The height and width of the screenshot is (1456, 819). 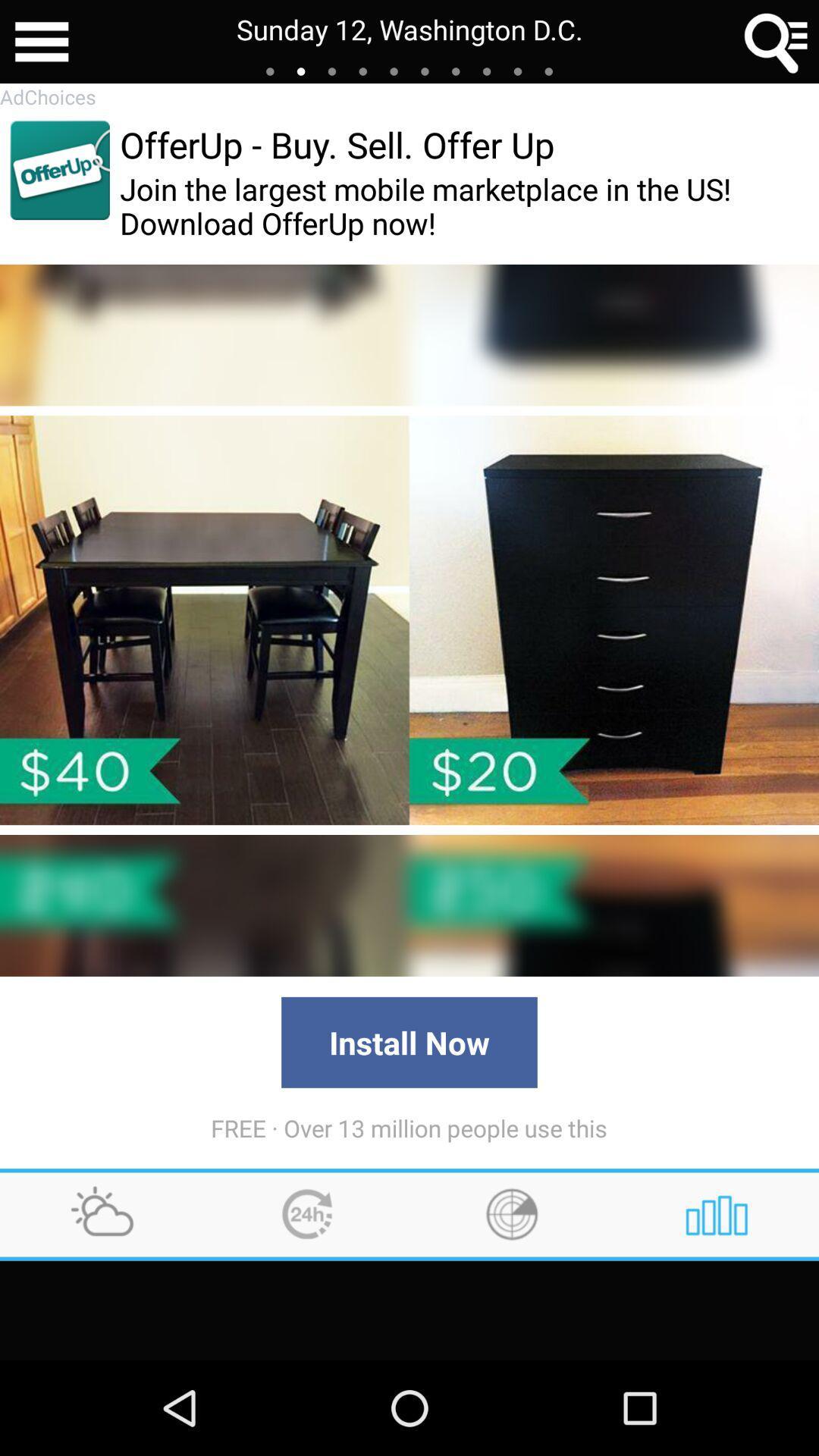 What do you see at coordinates (777, 44) in the screenshot?
I see `the search icon` at bounding box center [777, 44].